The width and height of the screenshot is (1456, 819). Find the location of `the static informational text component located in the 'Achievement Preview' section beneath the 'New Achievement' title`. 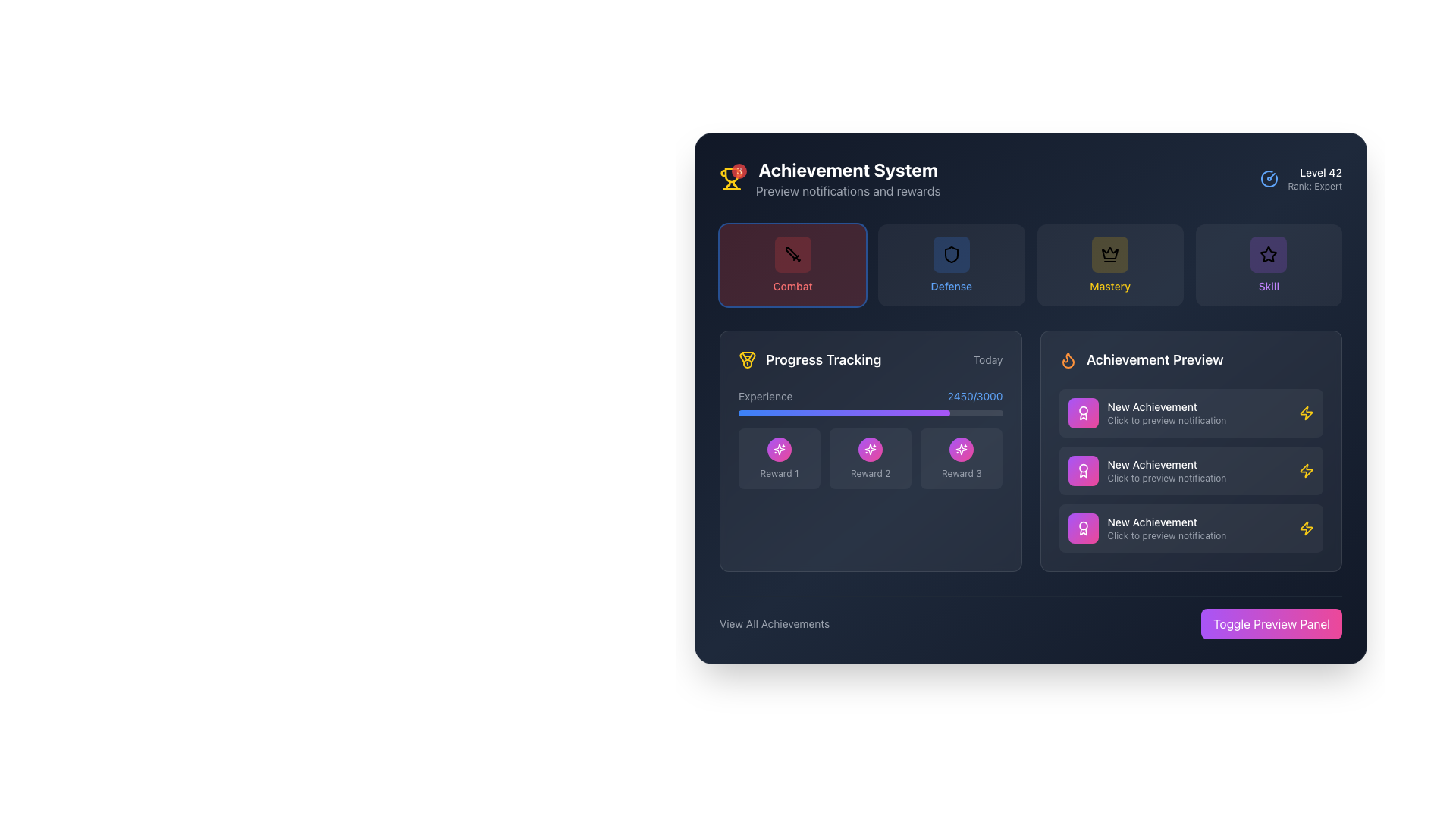

the static informational text component located in the 'Achievement Preview' section beneath the 'New Achievement' title is located at coordinates (1197, 421).